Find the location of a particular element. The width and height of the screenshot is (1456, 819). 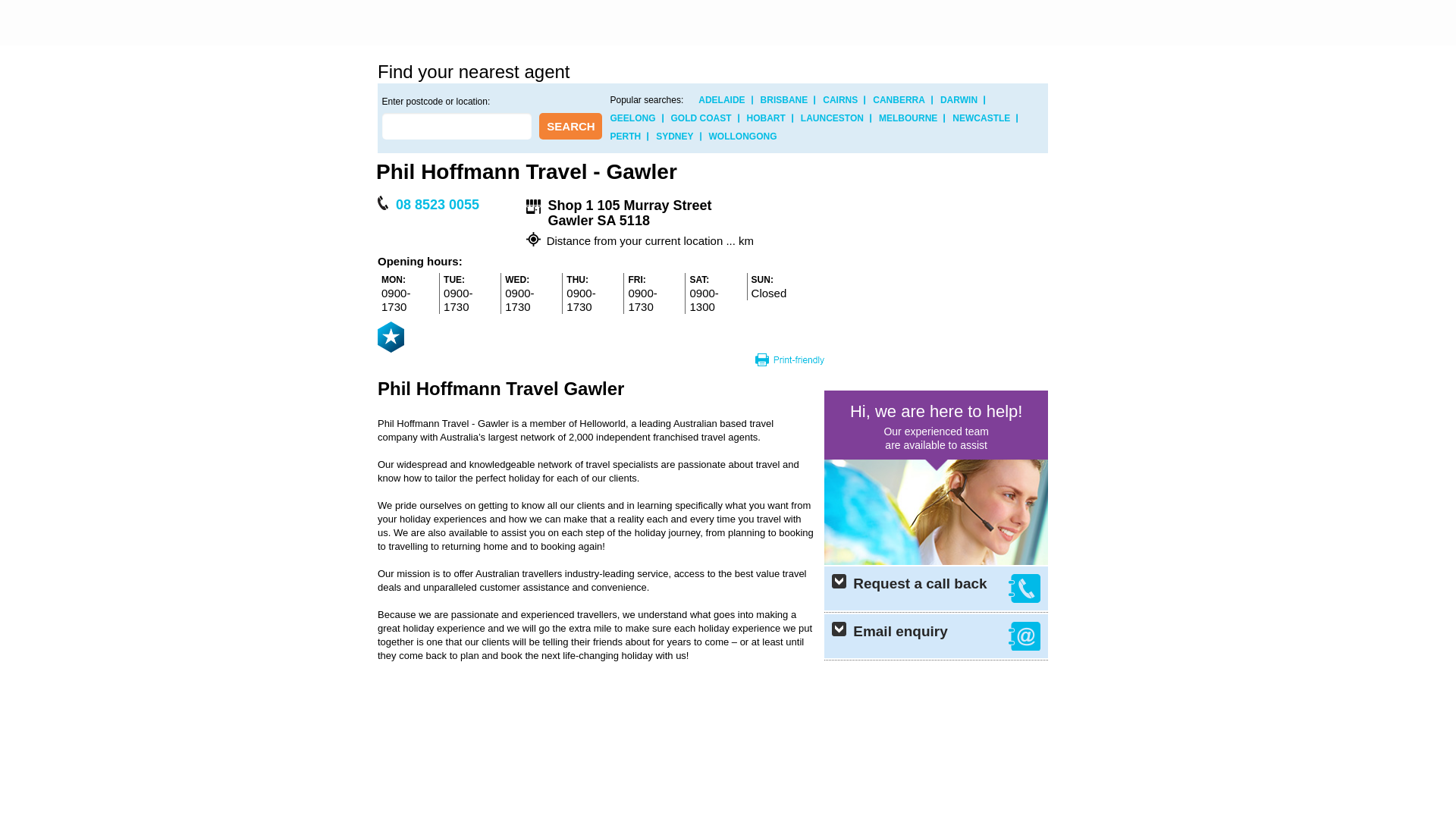

'CANBERRA' is located at coordinates (899, 99).